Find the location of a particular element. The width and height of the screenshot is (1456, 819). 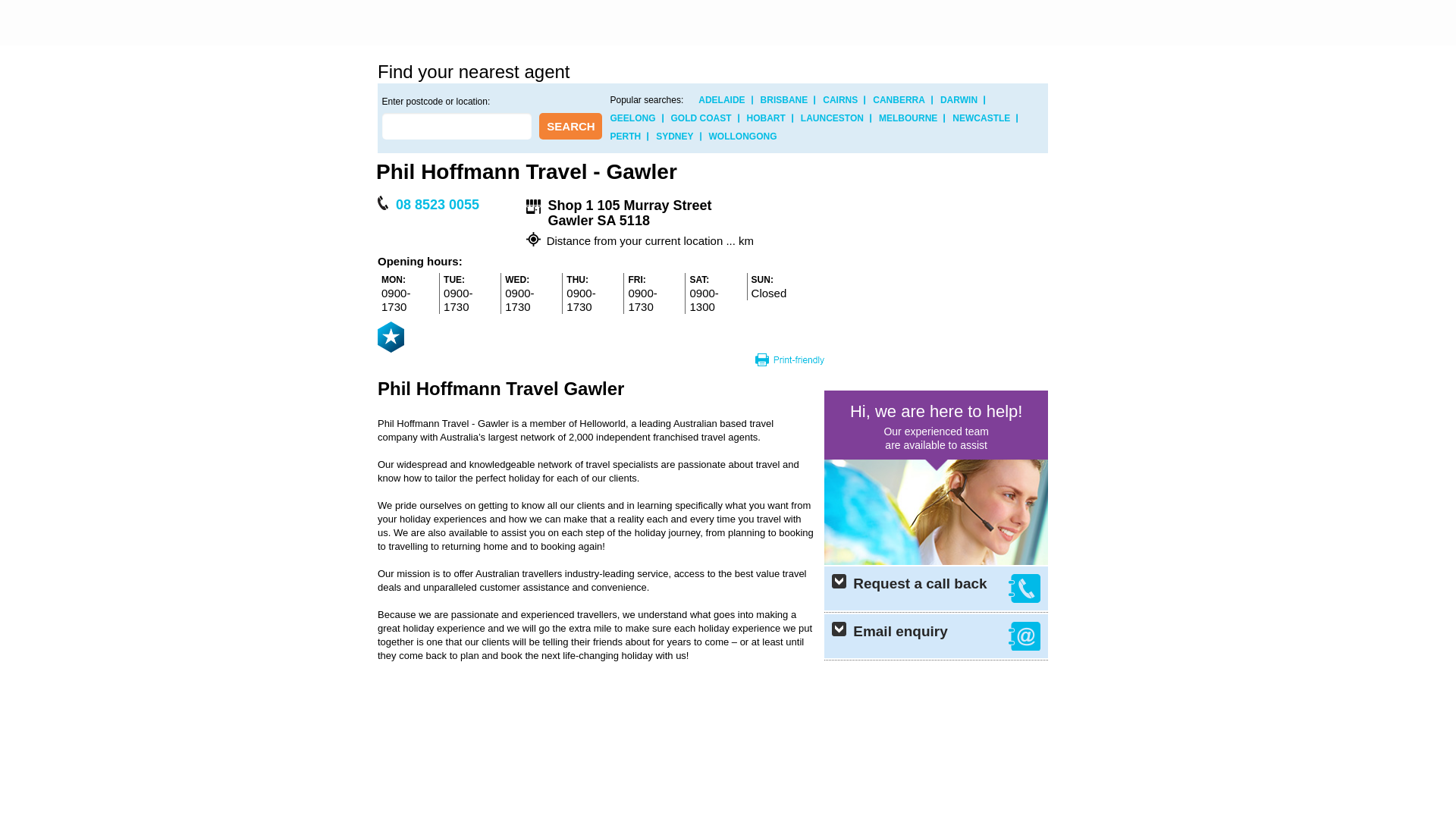

'CANBERRA' is located at coordinates (899, 99).